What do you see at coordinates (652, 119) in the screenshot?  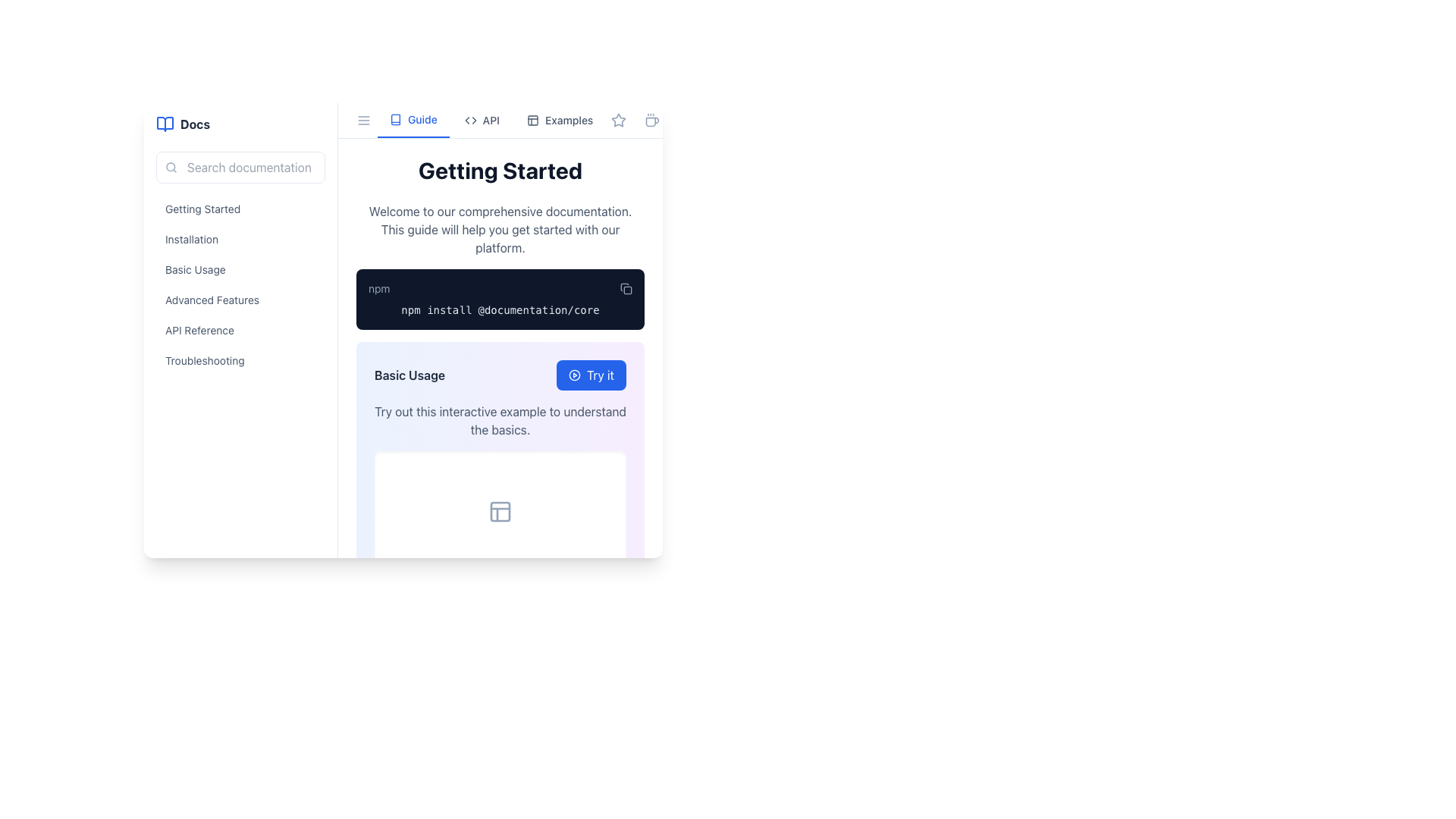 I see `the interactive button located in the top-right section of the interface` at bounding box center [652, 119].